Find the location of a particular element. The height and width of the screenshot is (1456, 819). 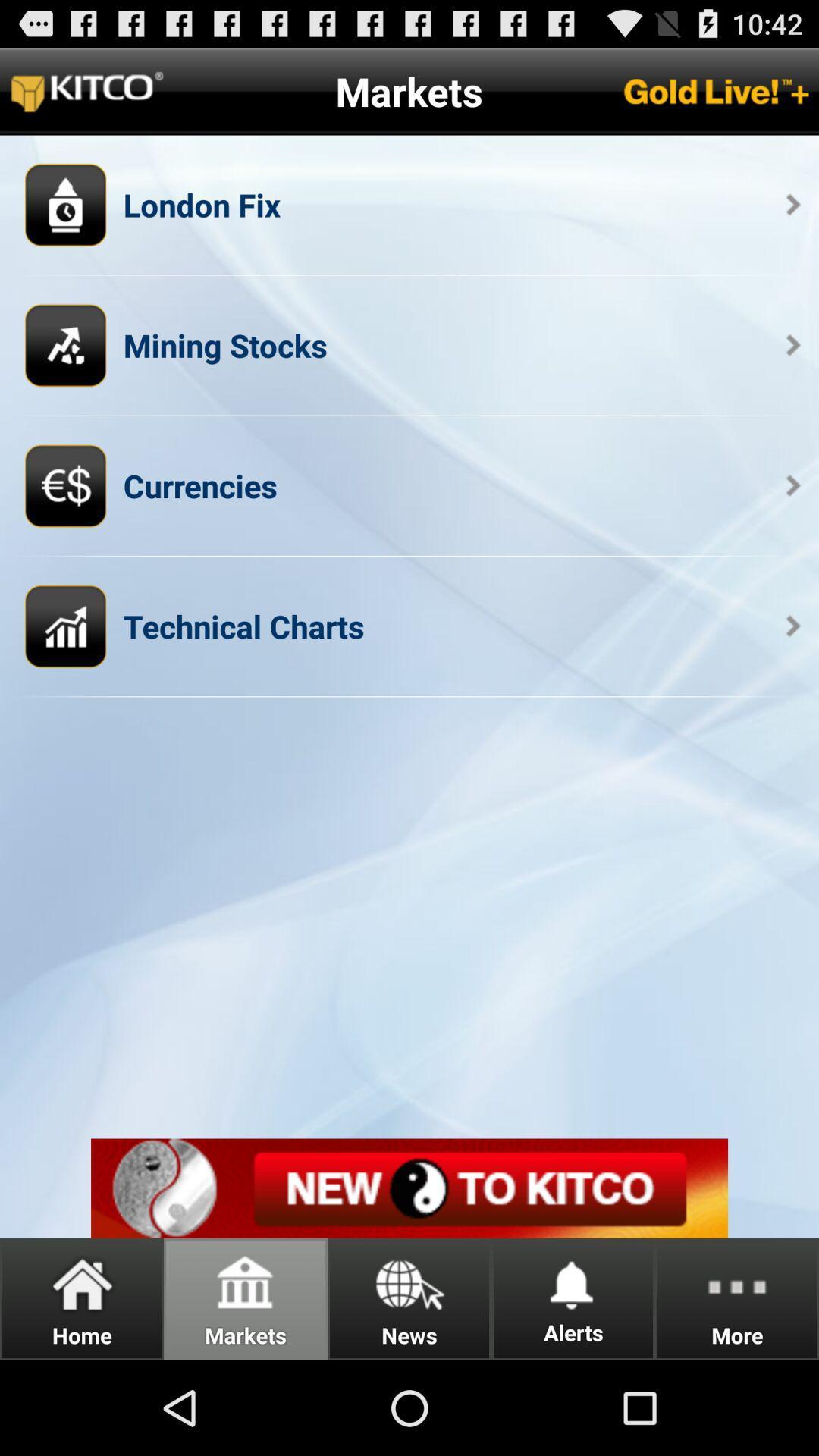

advertisement is located at coordinates (409, 1188).